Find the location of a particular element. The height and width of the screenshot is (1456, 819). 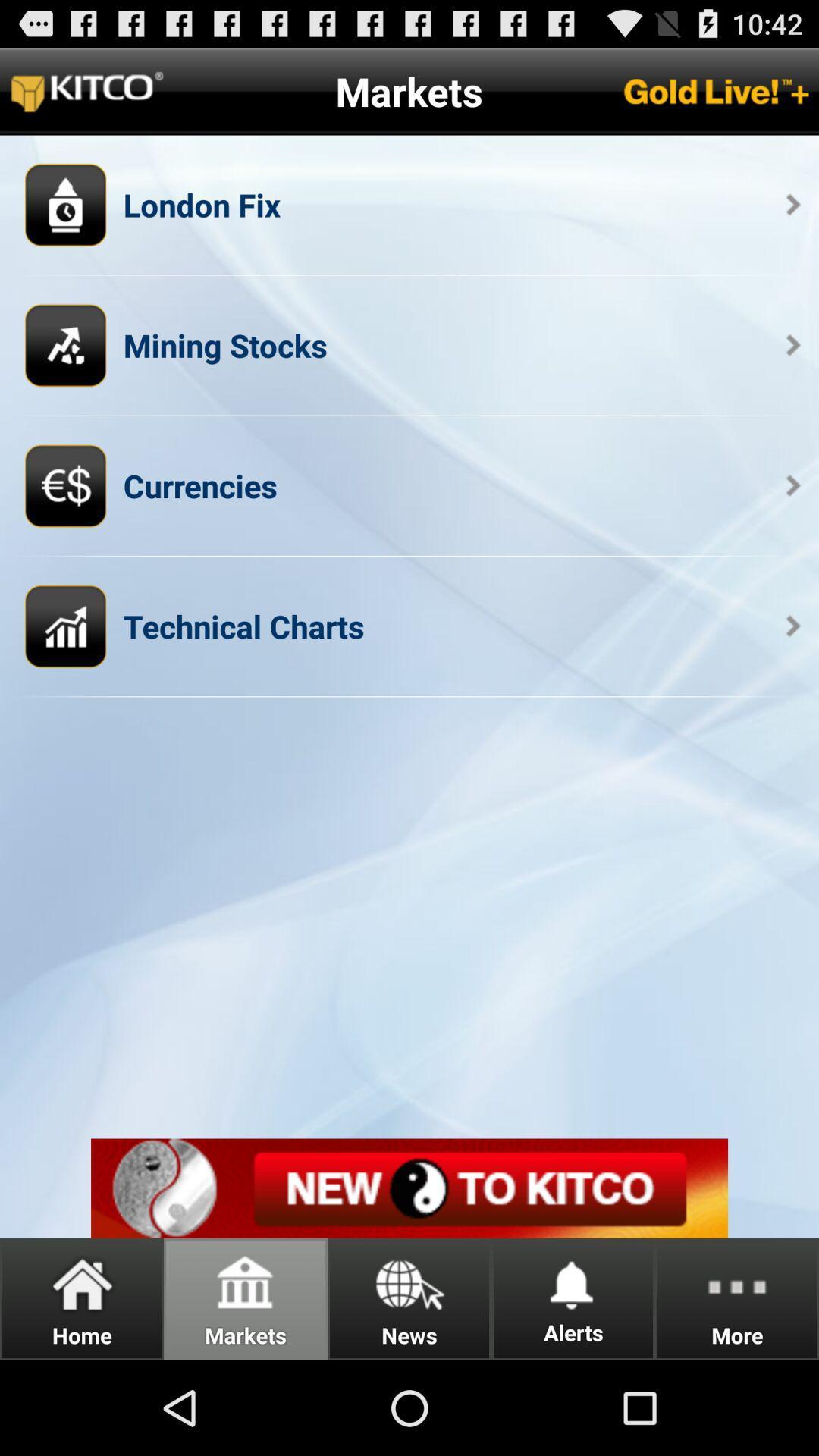

advertisement is located at coordinates (409, 1188).